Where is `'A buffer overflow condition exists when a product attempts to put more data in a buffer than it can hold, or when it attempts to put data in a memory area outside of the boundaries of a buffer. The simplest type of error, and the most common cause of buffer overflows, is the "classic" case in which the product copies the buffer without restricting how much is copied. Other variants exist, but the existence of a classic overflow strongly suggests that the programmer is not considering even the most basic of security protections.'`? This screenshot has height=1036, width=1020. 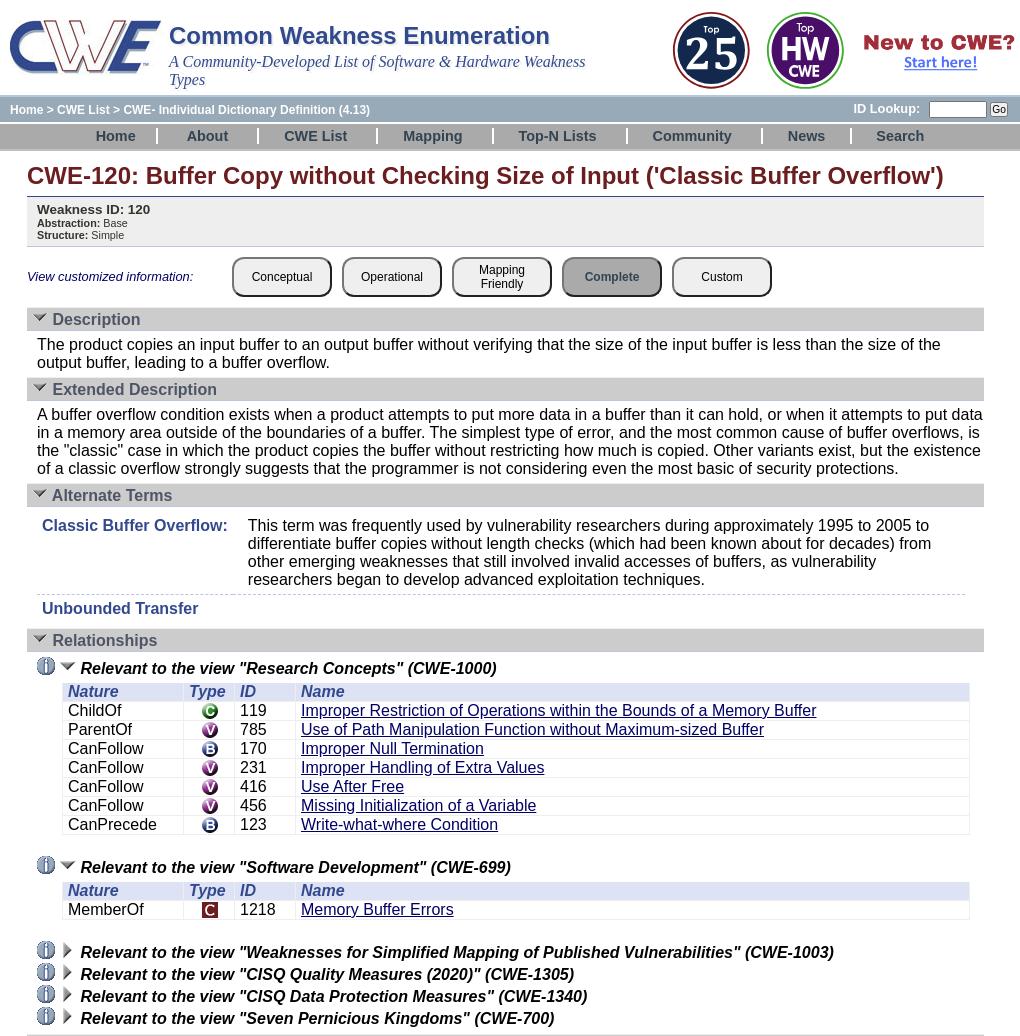 'A buffer overflow condition exists when a product attempts to put more data in a buffer than it can hold, or when it attempts to put data in a memory area outside of the boundaries of a buffer. The simplest type of error, and the most common cause of buffer overflows, is the "classic" case in which the product copies the buffer without restricting how much is copied. Other variants exist, but the existence of a classic overflow strongly suggests that the programmer is not considering even the most basic of security protections.' is located at coordinates (36, 441).